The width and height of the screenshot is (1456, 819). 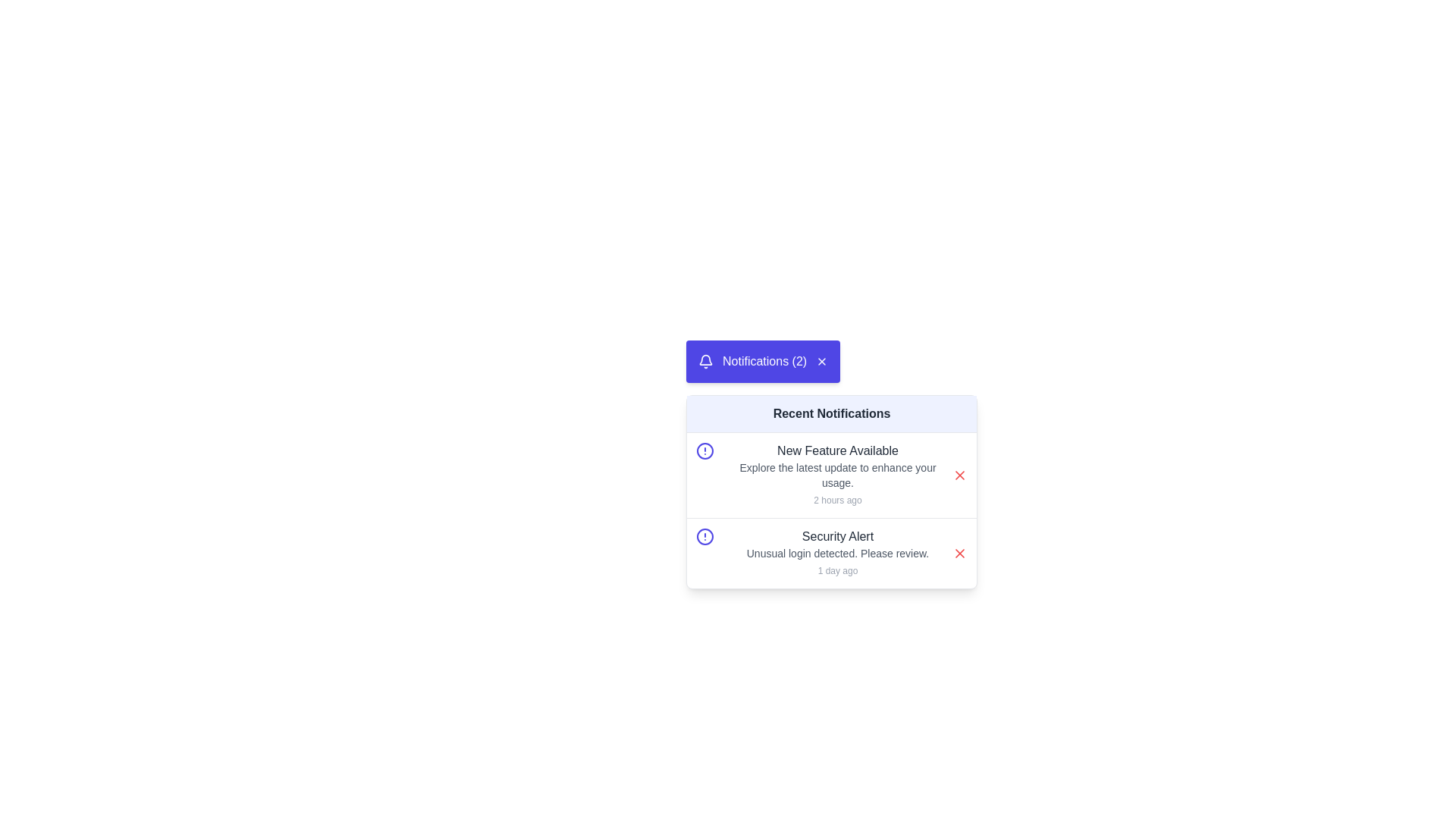 What do you see at coordinates (704, 450) in the screenshot?
I see `the notification alert icon located at the top-left corner of the notification list, adjacent to the 'New Feature Available' text` at bounding box center [704, 450].